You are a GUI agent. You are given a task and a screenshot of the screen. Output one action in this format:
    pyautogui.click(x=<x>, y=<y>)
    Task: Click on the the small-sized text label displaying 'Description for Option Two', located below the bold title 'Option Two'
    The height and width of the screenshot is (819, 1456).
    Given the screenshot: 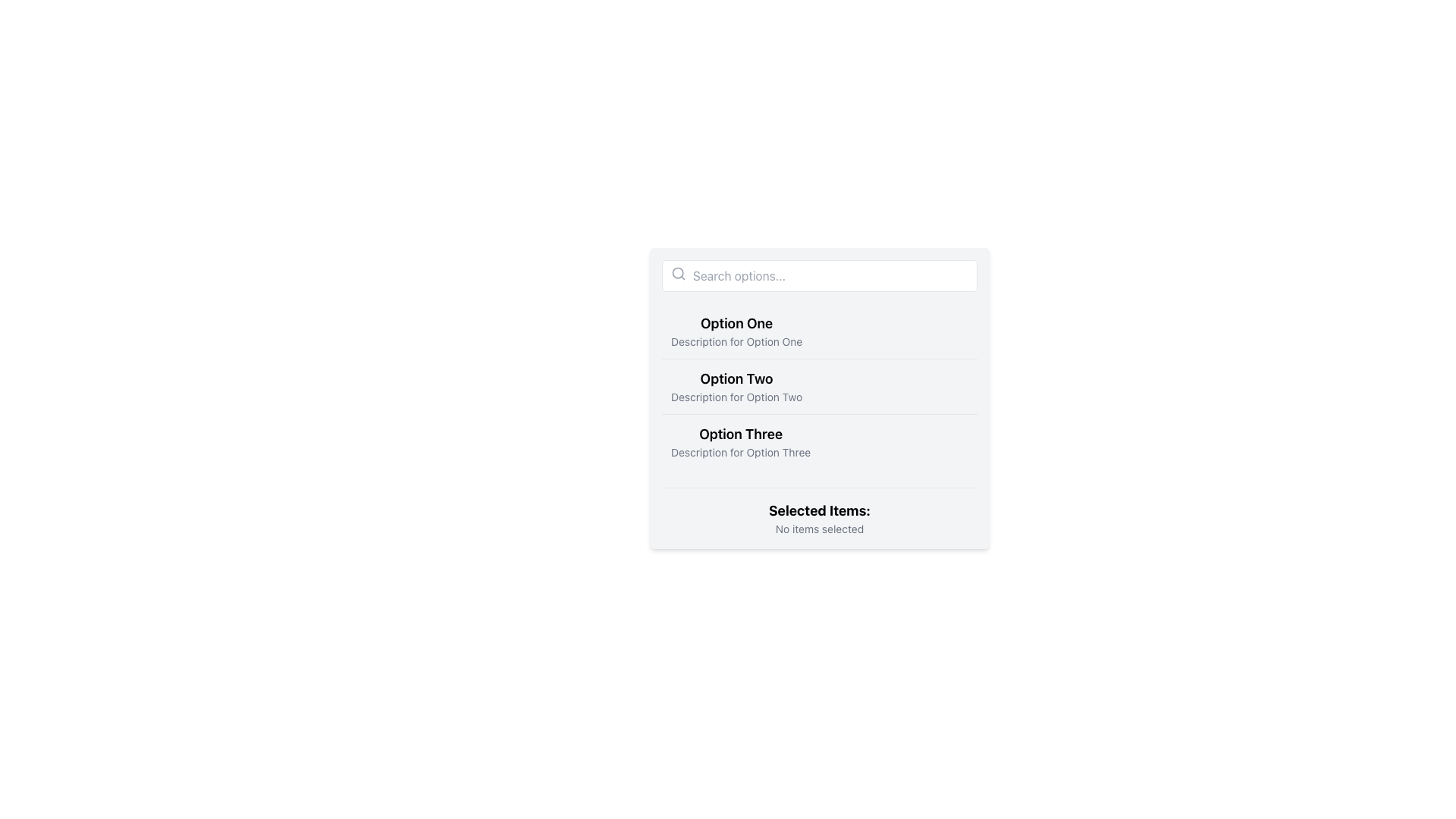 What is the action you would take?
    pyautogui.click(x=736, y=397)
    